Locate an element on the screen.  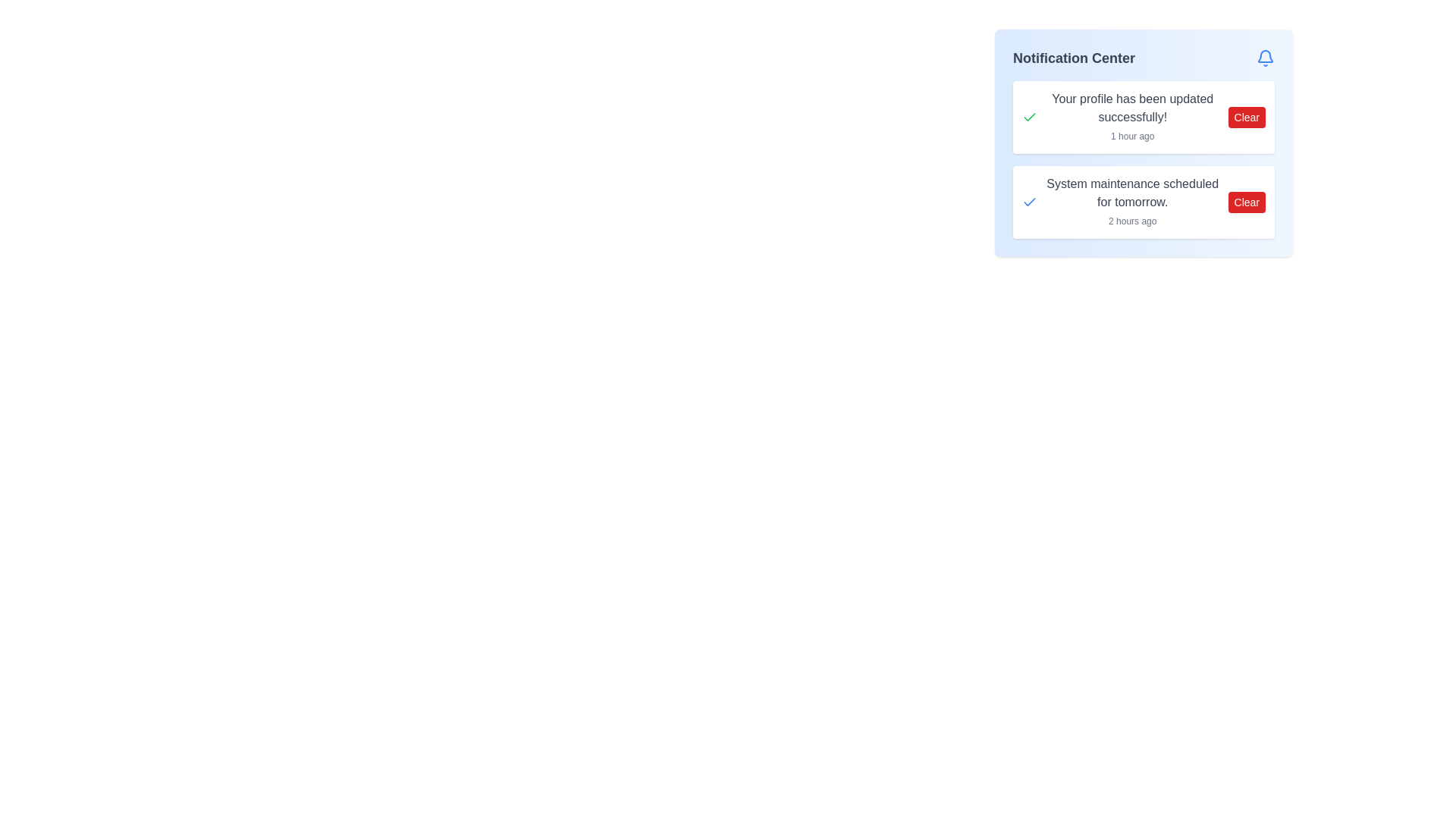
the text label displaying 'System maintenance scheduled for tomorrow.' within the notification card in the Notification Center is located at coordinates (1132, 192).